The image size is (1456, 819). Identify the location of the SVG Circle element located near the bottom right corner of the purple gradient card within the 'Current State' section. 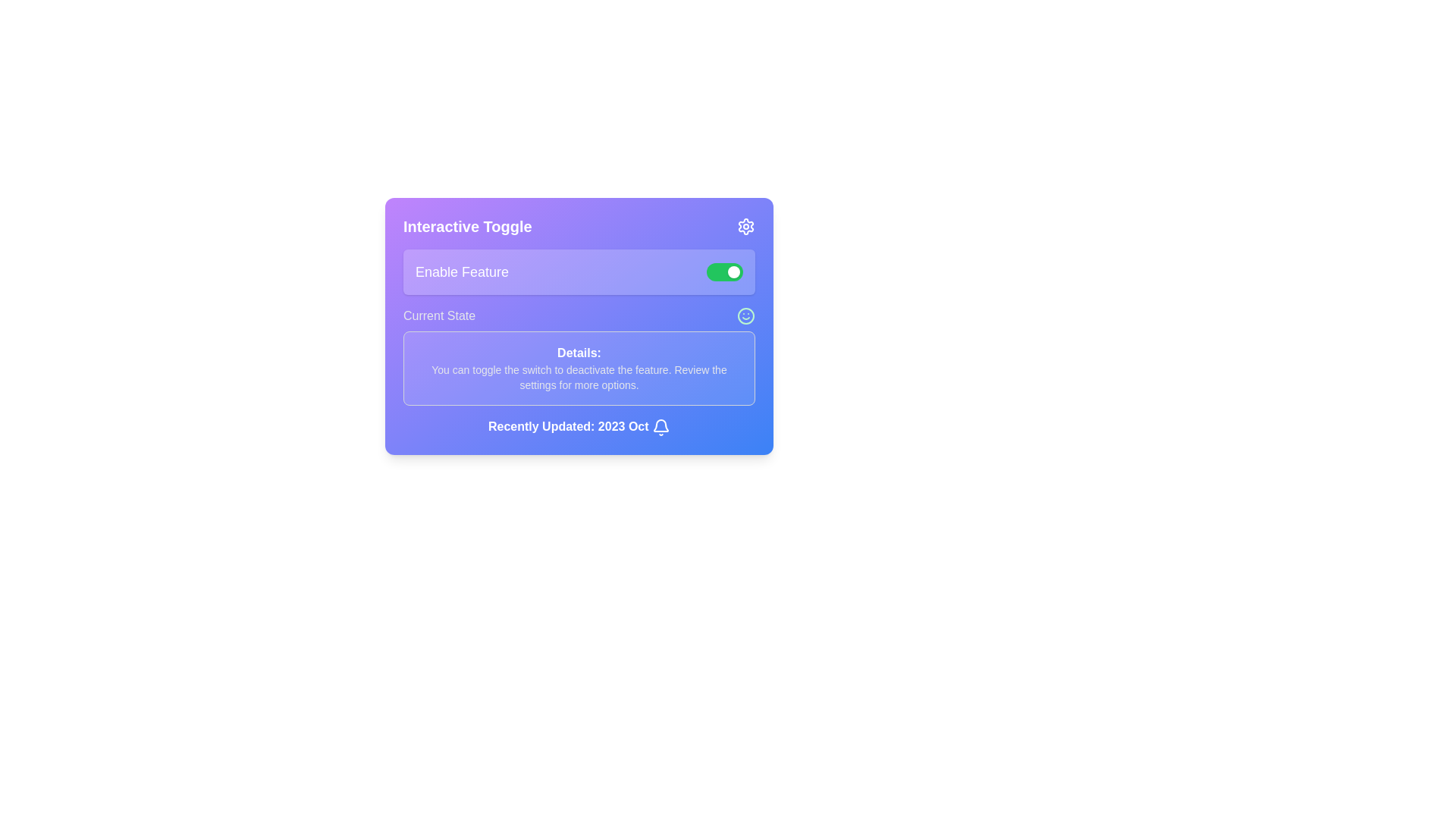
(745, 315).